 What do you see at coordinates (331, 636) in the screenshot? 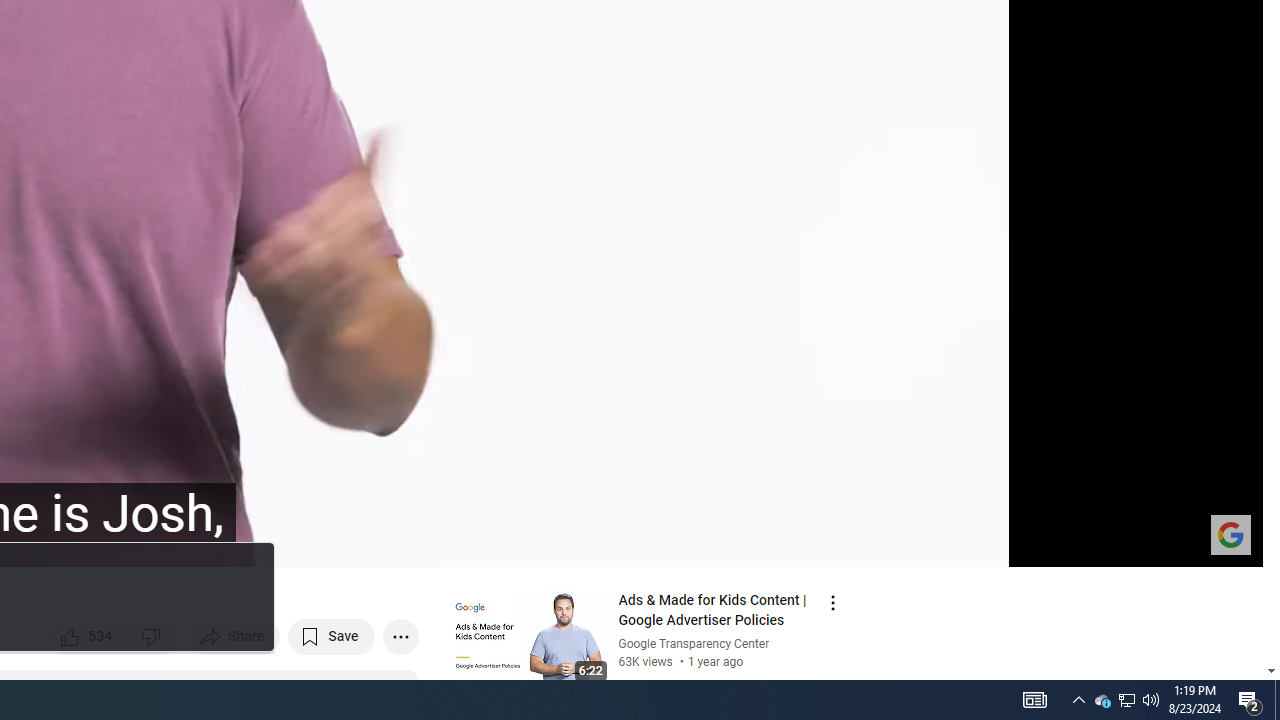
I see `'Save to playlist'` at bounding box center [331, 636].